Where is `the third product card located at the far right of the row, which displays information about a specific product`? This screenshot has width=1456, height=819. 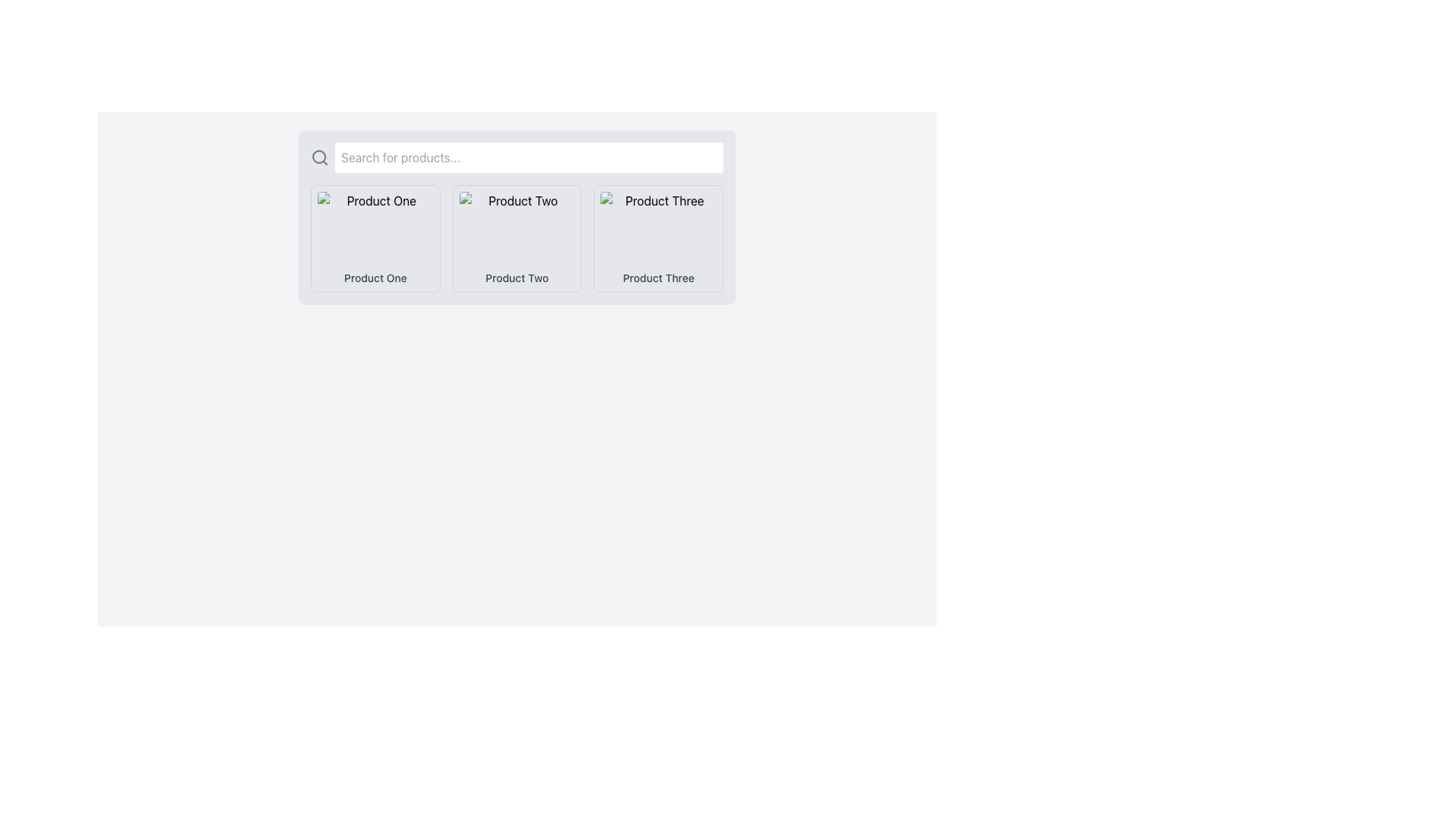 the third product card located at the far right of the row, which displays information about a specific product is located at coordinates (658, 239).